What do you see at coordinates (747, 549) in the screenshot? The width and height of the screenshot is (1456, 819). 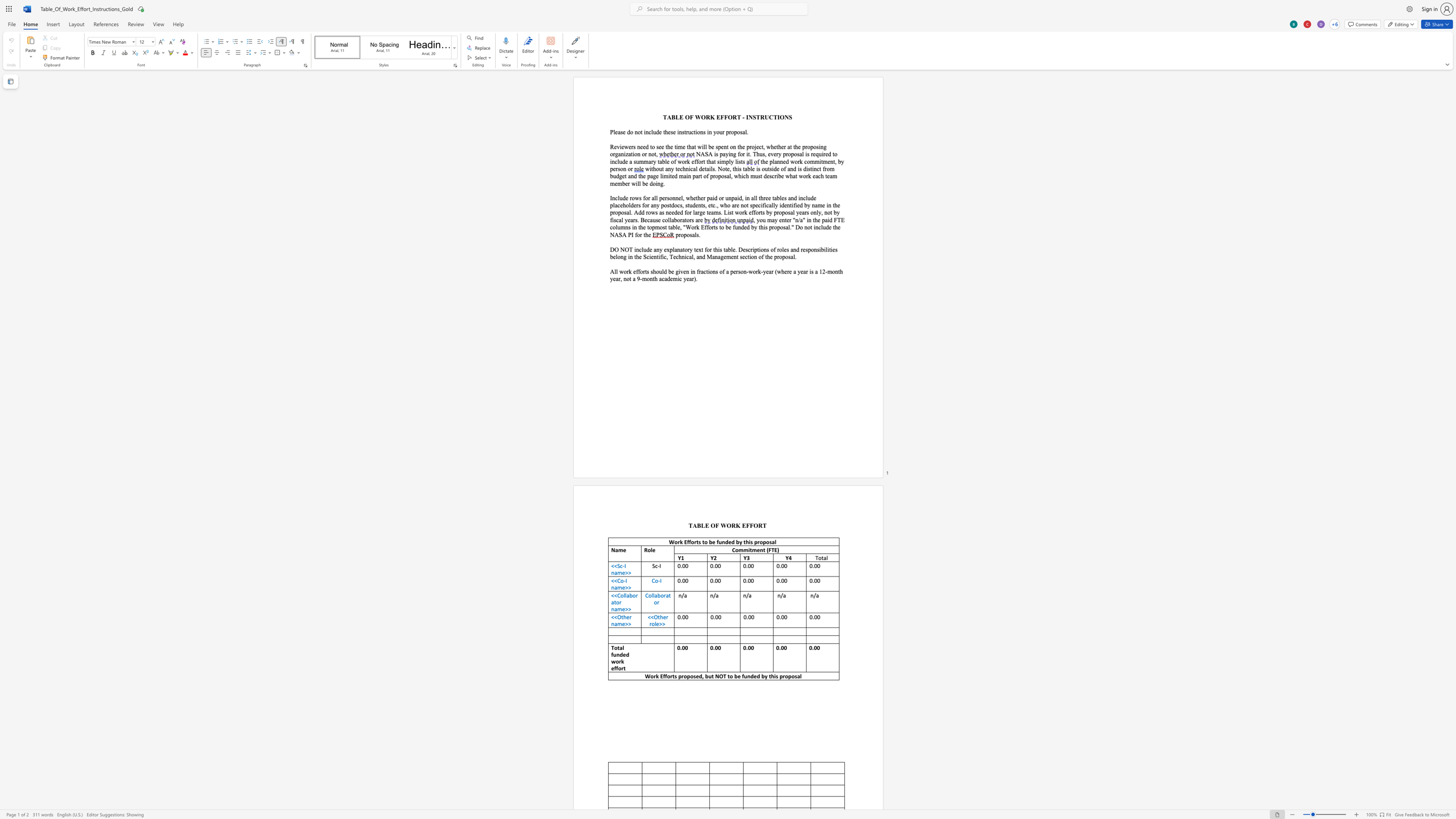 I see `the space between the continuous character "m" and "i" in the text` at bounding box center [747, 549].